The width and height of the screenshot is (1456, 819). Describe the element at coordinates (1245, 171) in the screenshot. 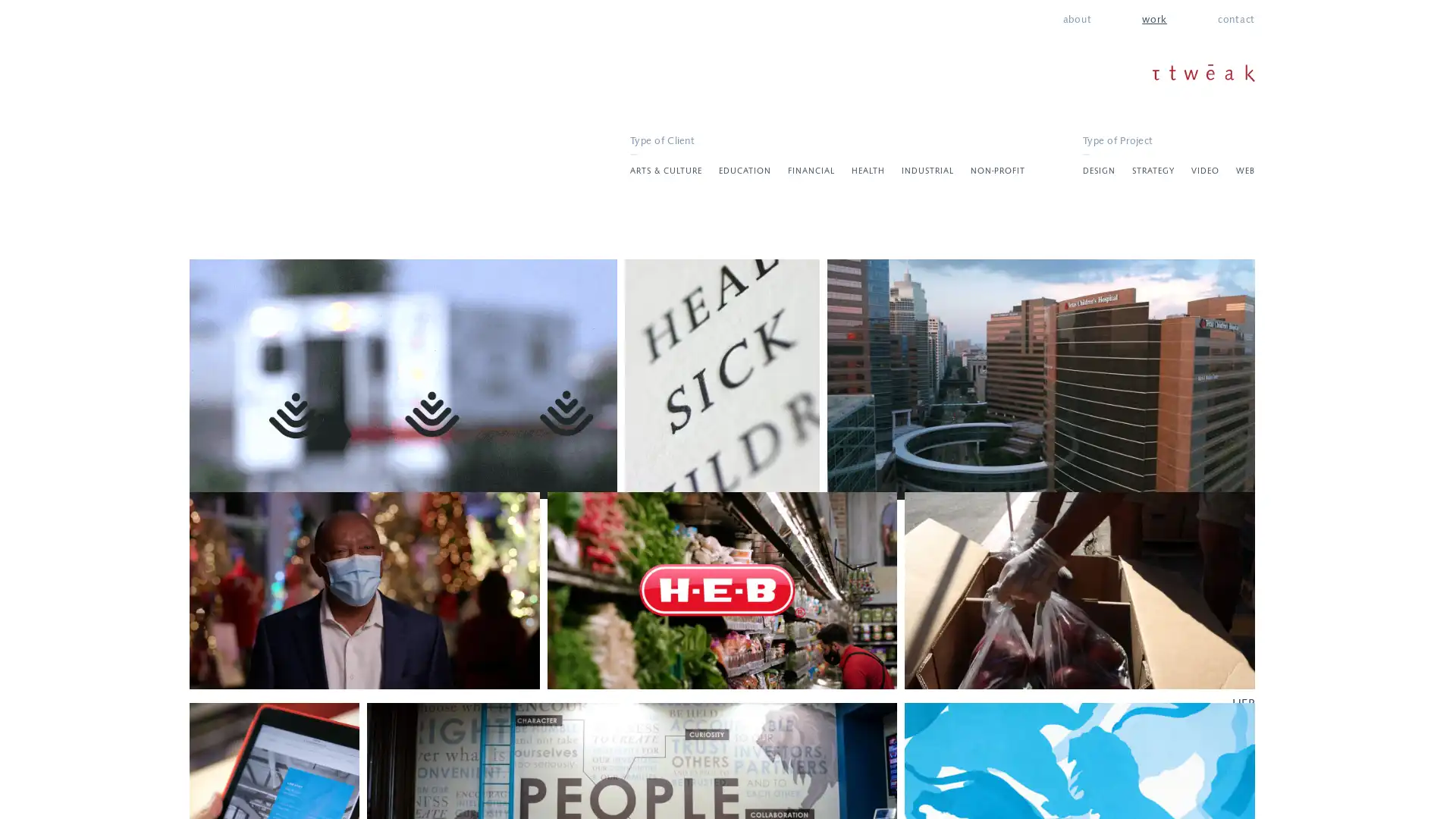

I see `WEB` at that location.